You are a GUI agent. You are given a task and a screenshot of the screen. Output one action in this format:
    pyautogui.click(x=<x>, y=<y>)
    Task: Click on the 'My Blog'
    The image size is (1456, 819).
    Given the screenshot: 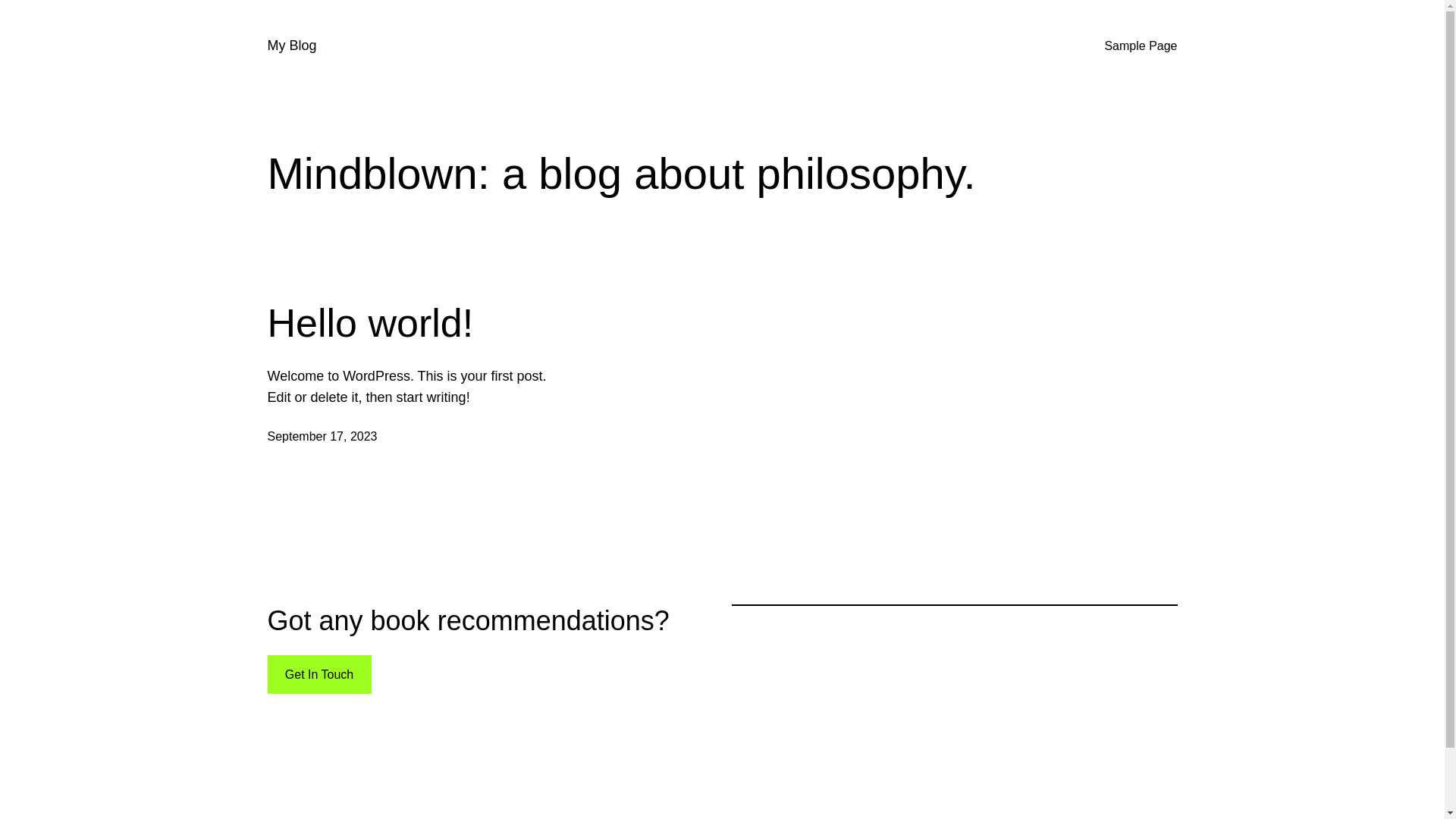 What is the action you would take?
    pyautogui.click(x=291, y=45)
    